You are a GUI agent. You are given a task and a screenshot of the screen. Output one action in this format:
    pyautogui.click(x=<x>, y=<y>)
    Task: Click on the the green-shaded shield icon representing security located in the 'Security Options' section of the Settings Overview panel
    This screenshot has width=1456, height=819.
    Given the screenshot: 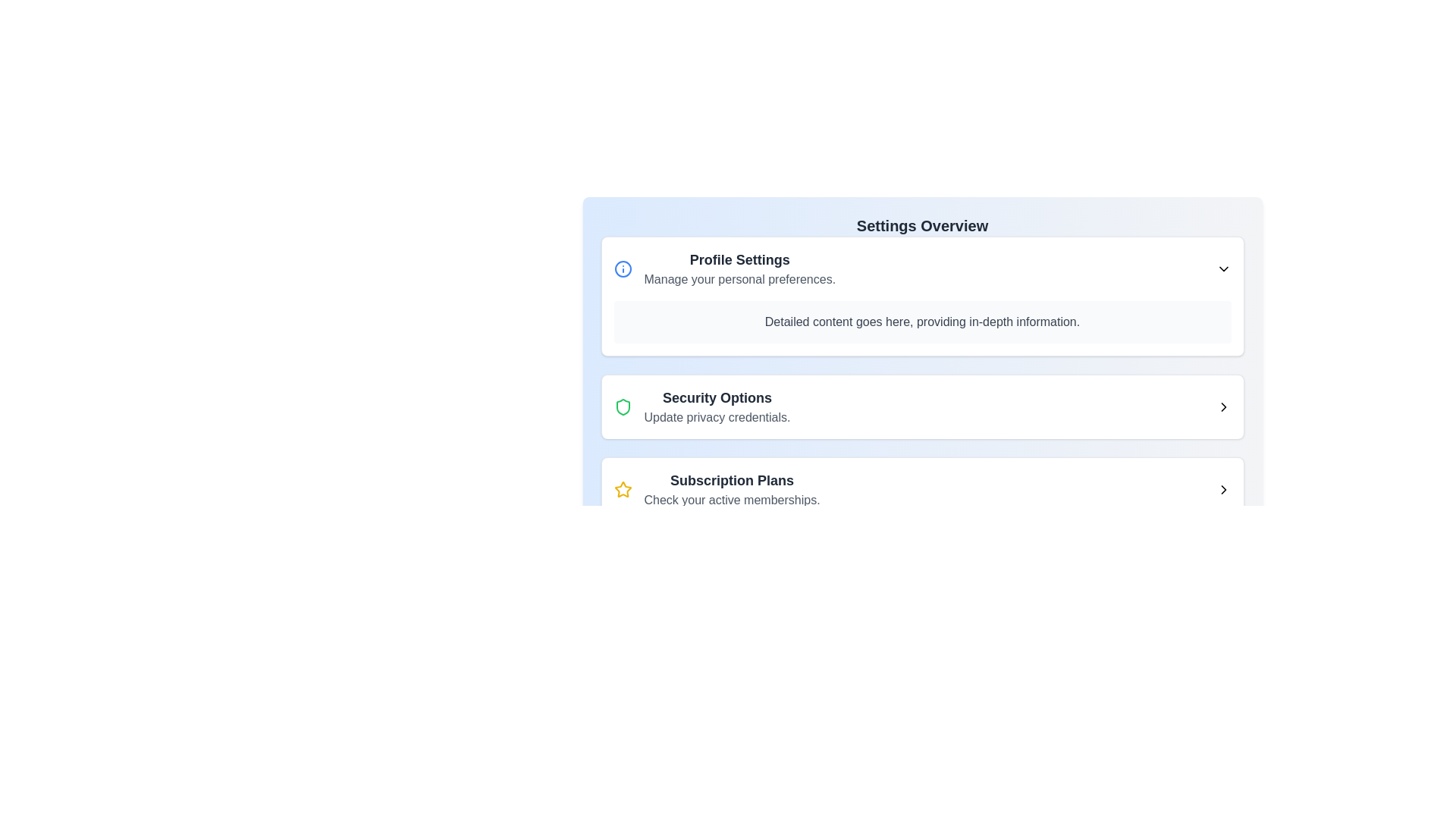 What is the action you would take?
    pyautogui.click(x=623, y=406)
    